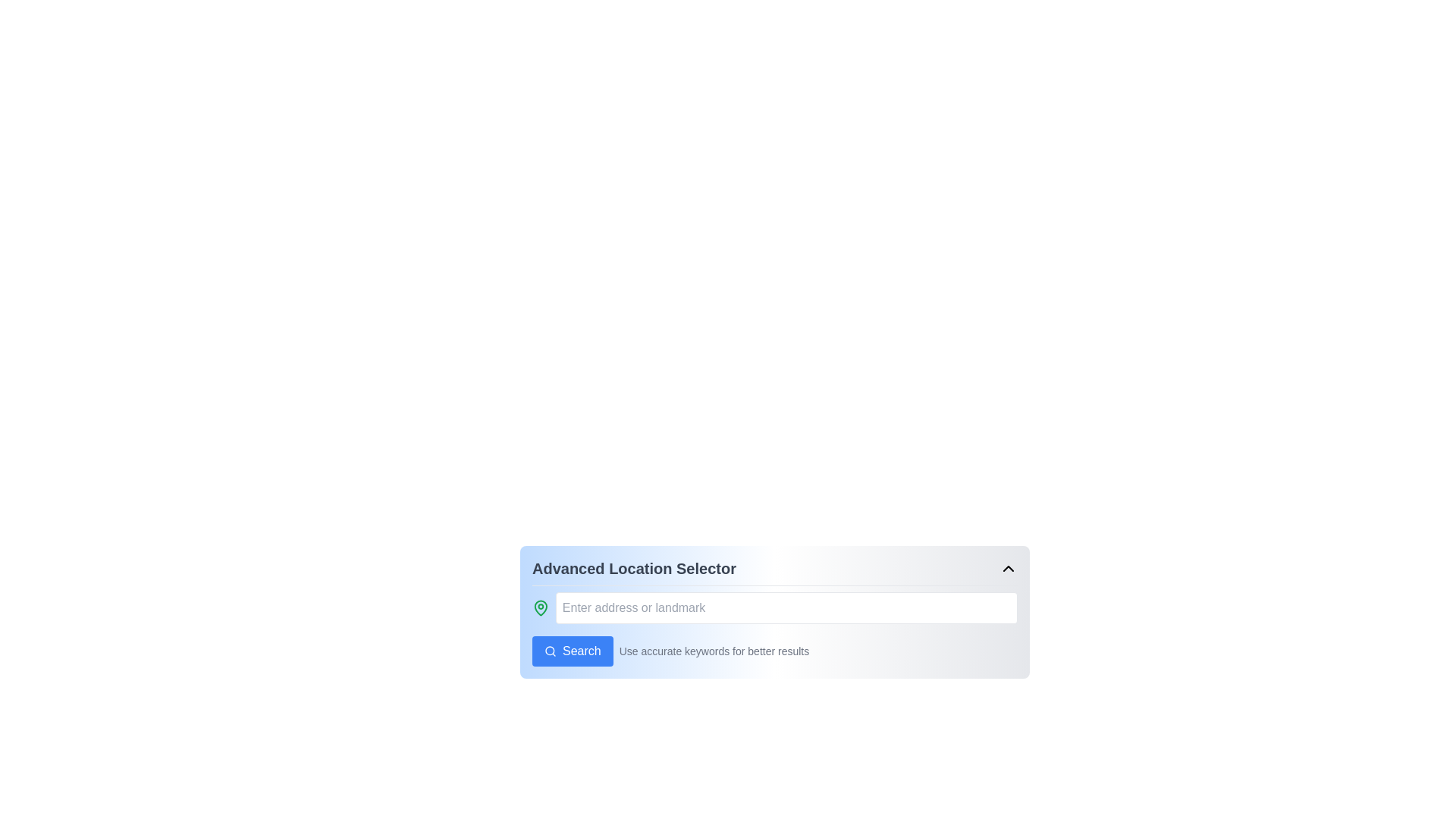 This screenshot has width=1456, height=819. I want to click on the location input field in the 'Advanced Location Selector' form, so click(775, 607).